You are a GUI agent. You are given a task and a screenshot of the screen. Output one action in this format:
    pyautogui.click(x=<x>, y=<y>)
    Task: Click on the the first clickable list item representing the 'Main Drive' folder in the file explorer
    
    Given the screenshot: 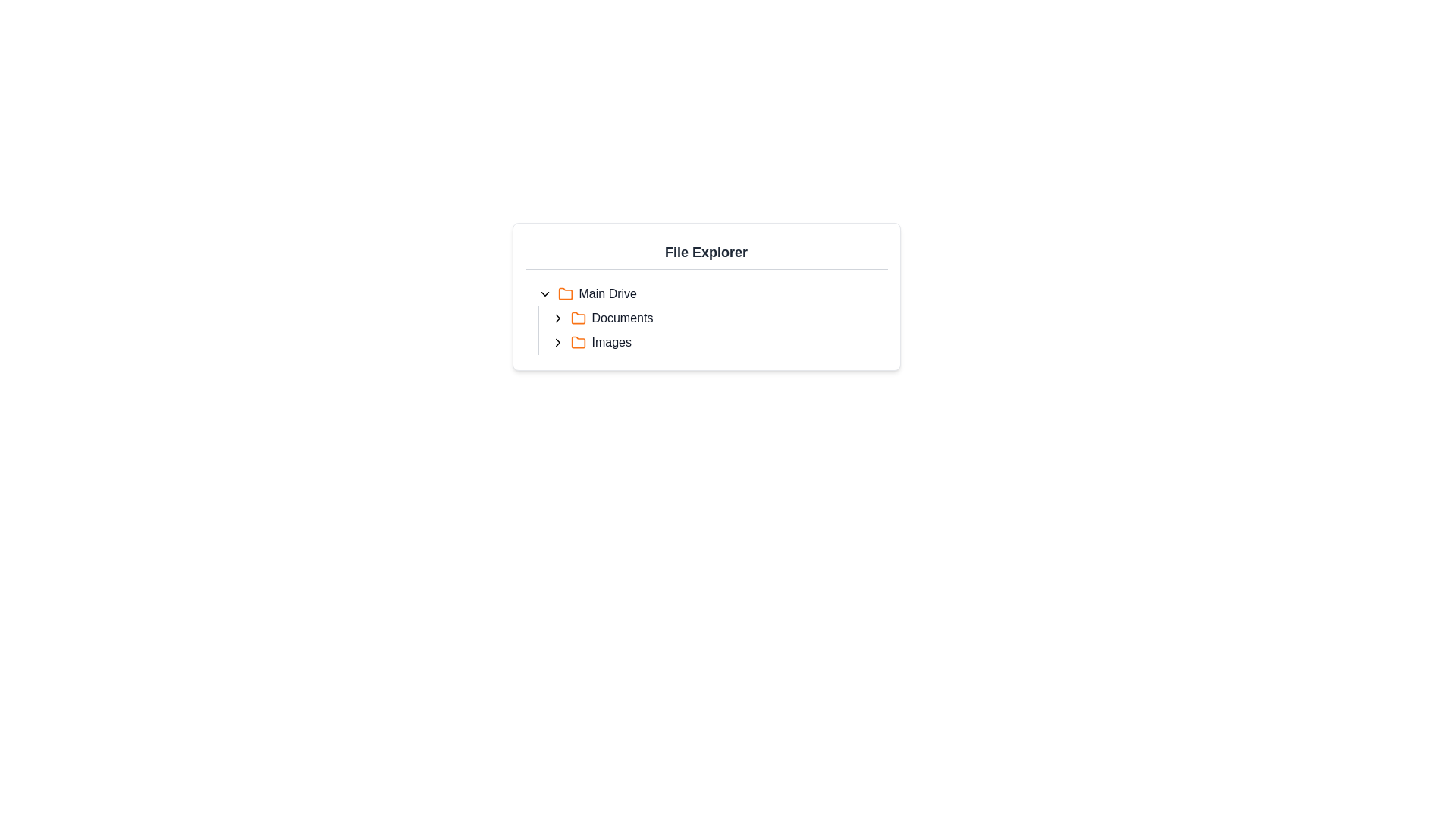 What is the action you would take?
    pyautogui.click(x=712, y=294)
    